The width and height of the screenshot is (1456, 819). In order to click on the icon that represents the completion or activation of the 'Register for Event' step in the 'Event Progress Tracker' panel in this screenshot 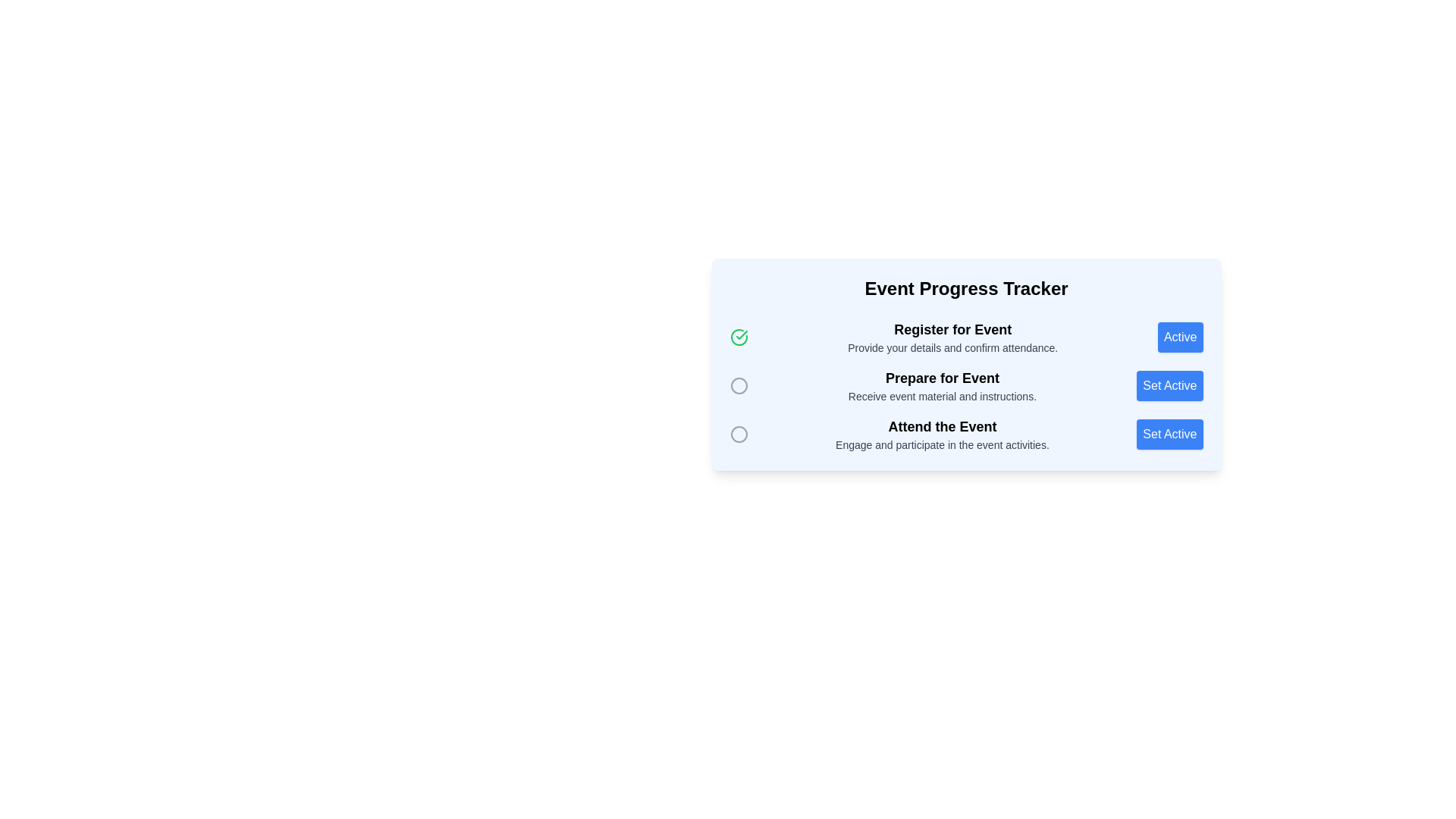, I will do `click(739, 336)`.